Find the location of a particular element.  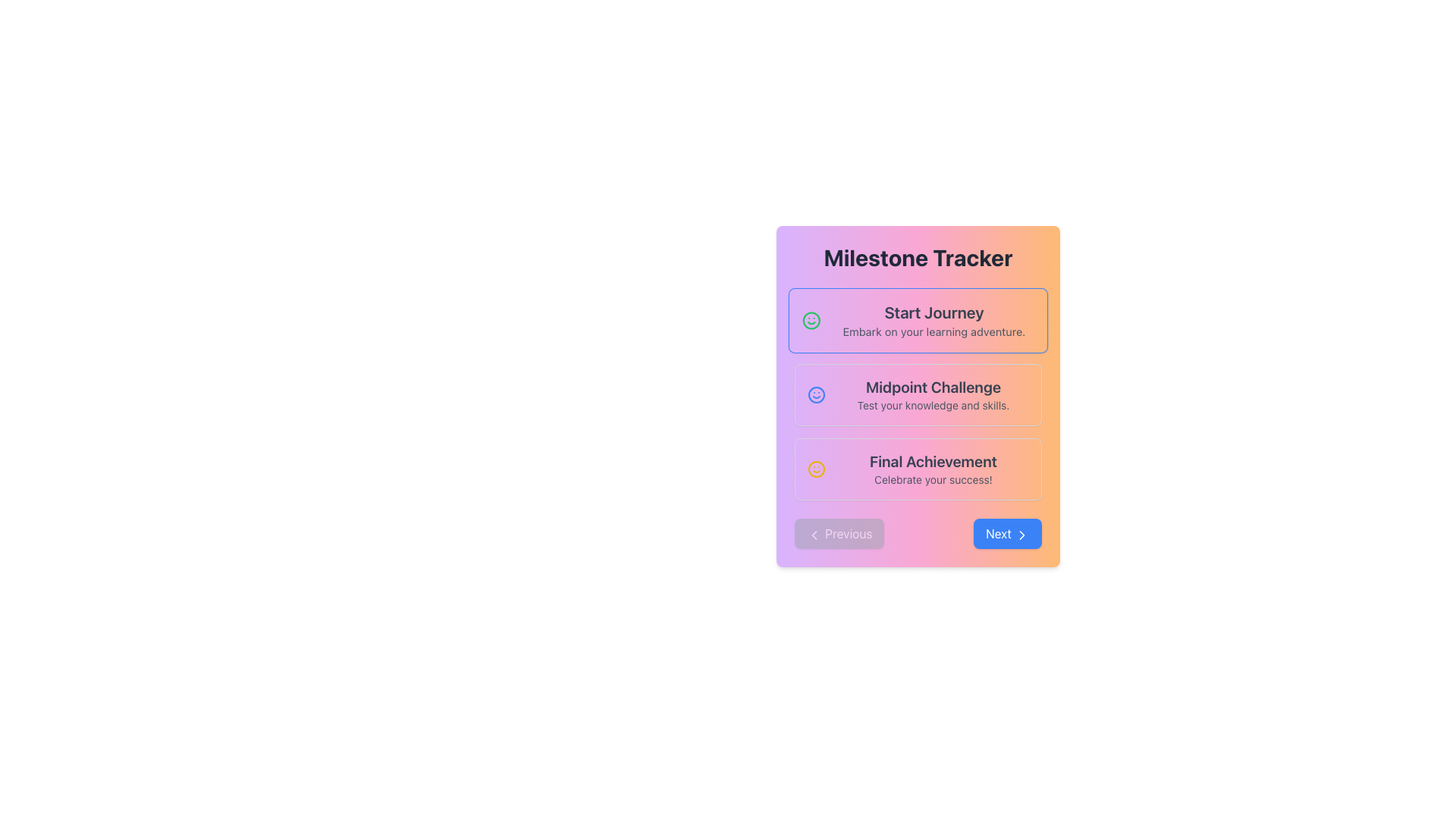

the static text element providing details related to the 'Final Achievement' section, located below the main title of the section is located at coordinates (932, 479).